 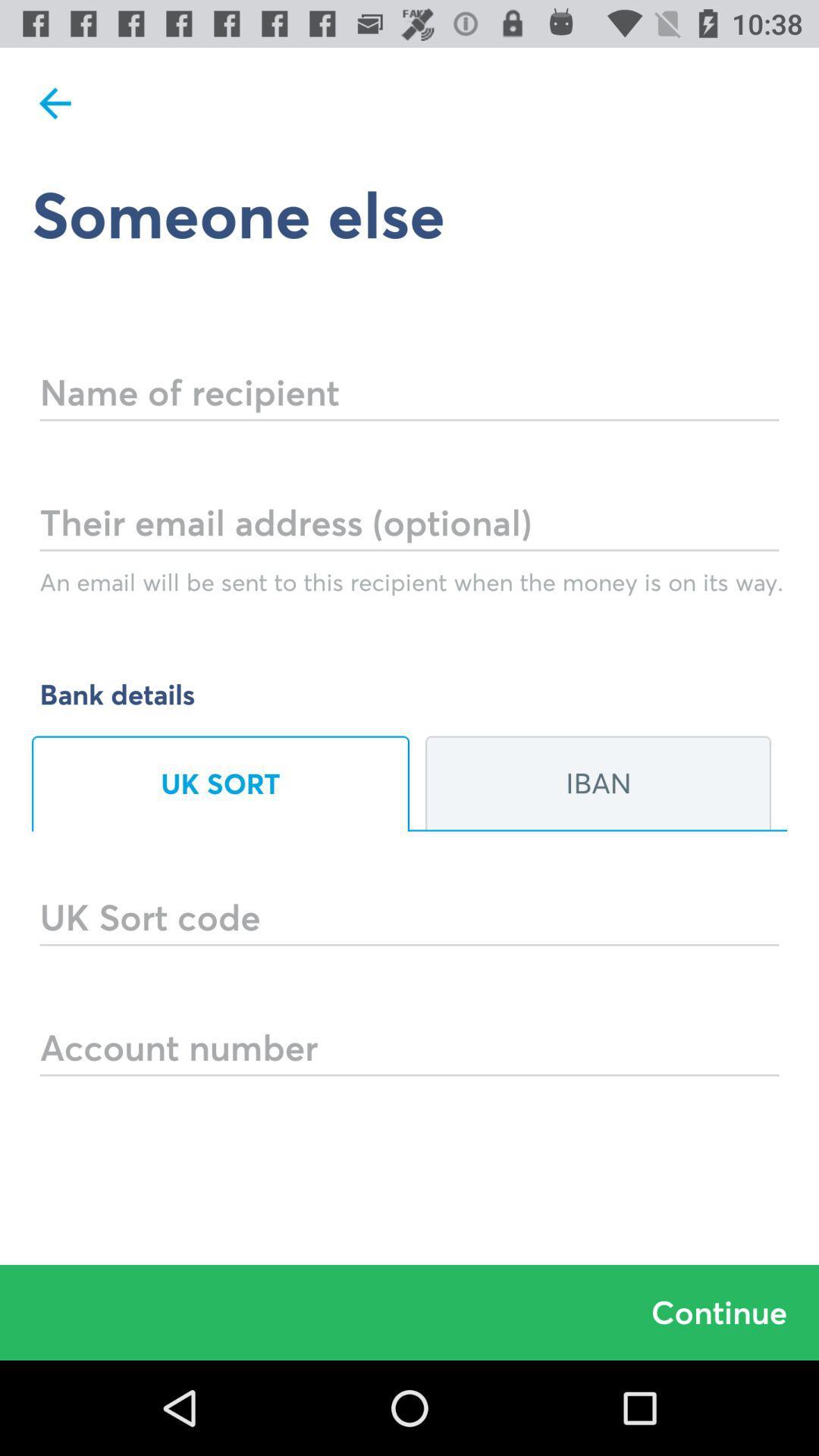 I want to click on iban on the right, so click(x=598, y=783).